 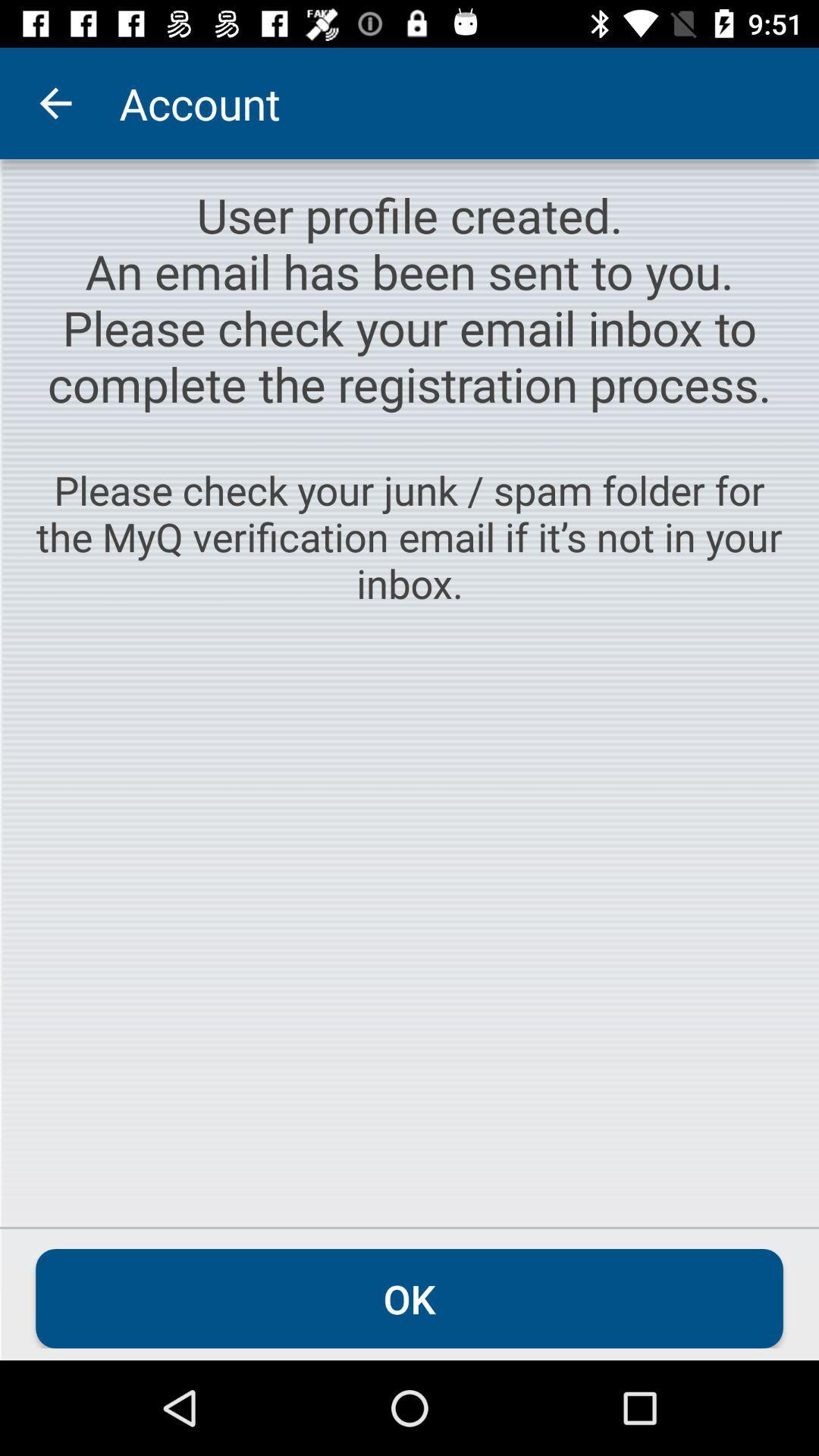 I want to click on item to the left of account item, so click(x=55, y=102).